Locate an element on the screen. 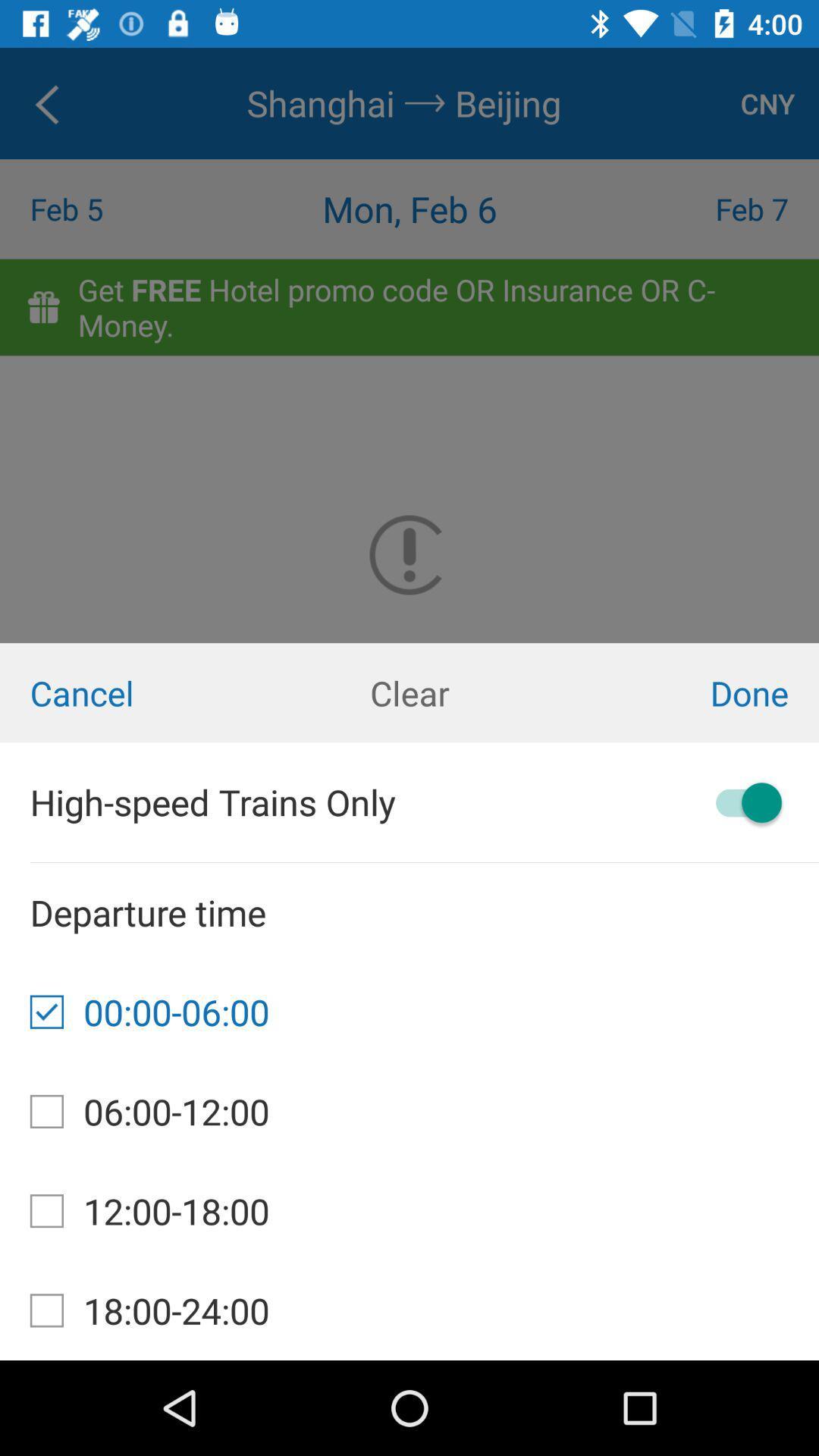  done is located at coordinates (681, 692).